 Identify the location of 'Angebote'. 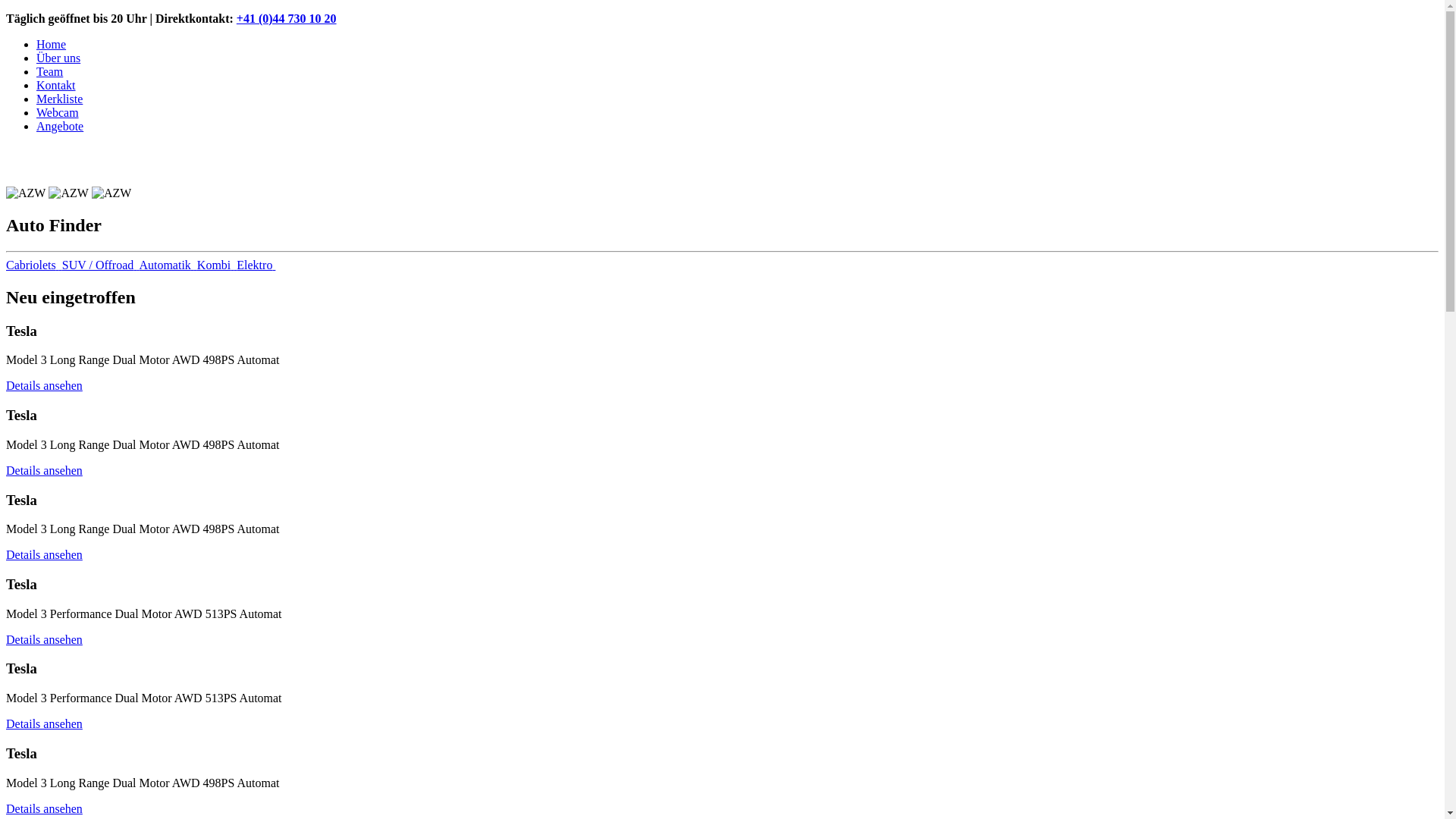
(59, 125).